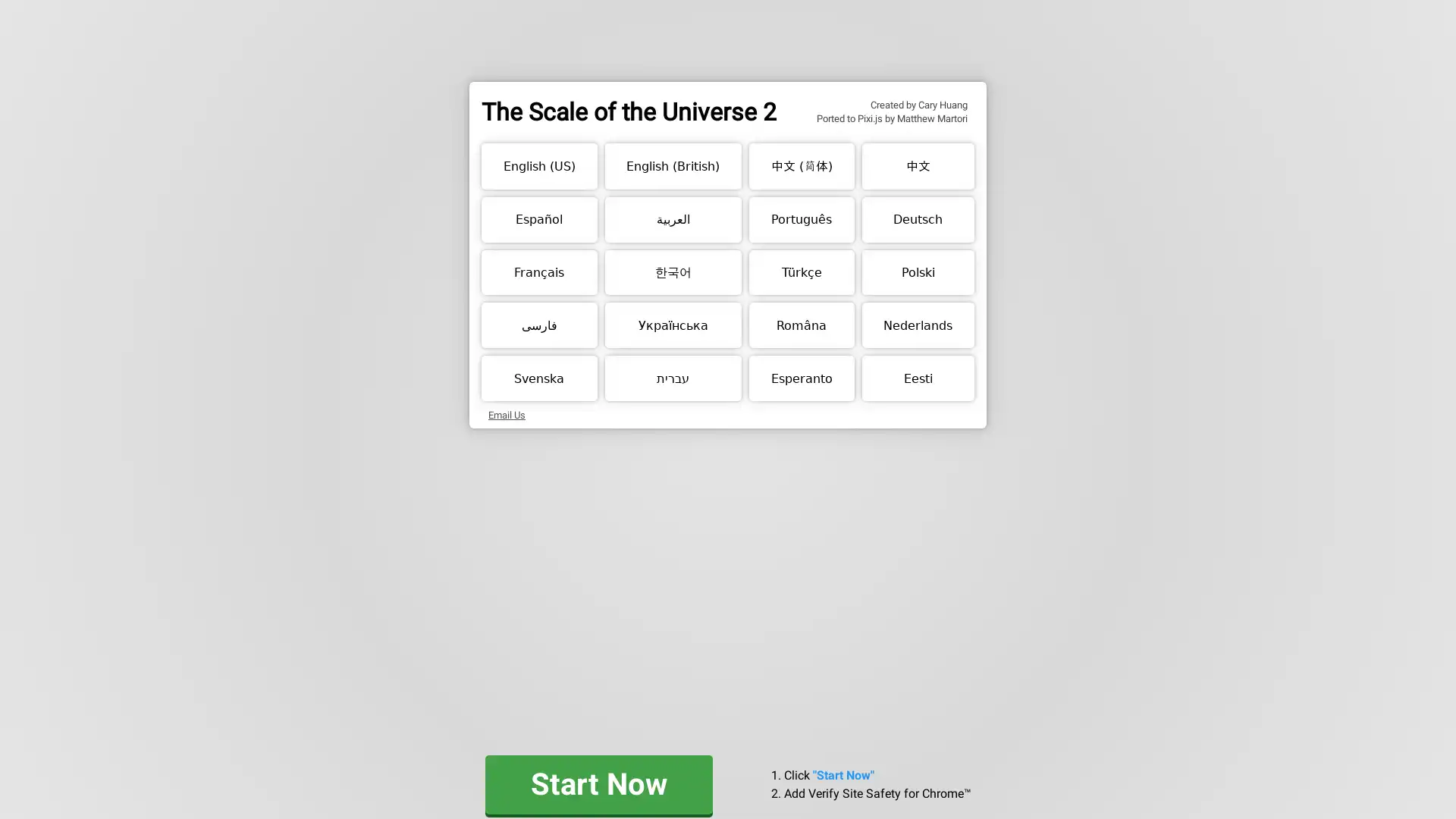 This screenshot has width=1456, height=819. Describe the element at coordinates (917, 324) in the screenshot. I see `Nederlands` at that location.